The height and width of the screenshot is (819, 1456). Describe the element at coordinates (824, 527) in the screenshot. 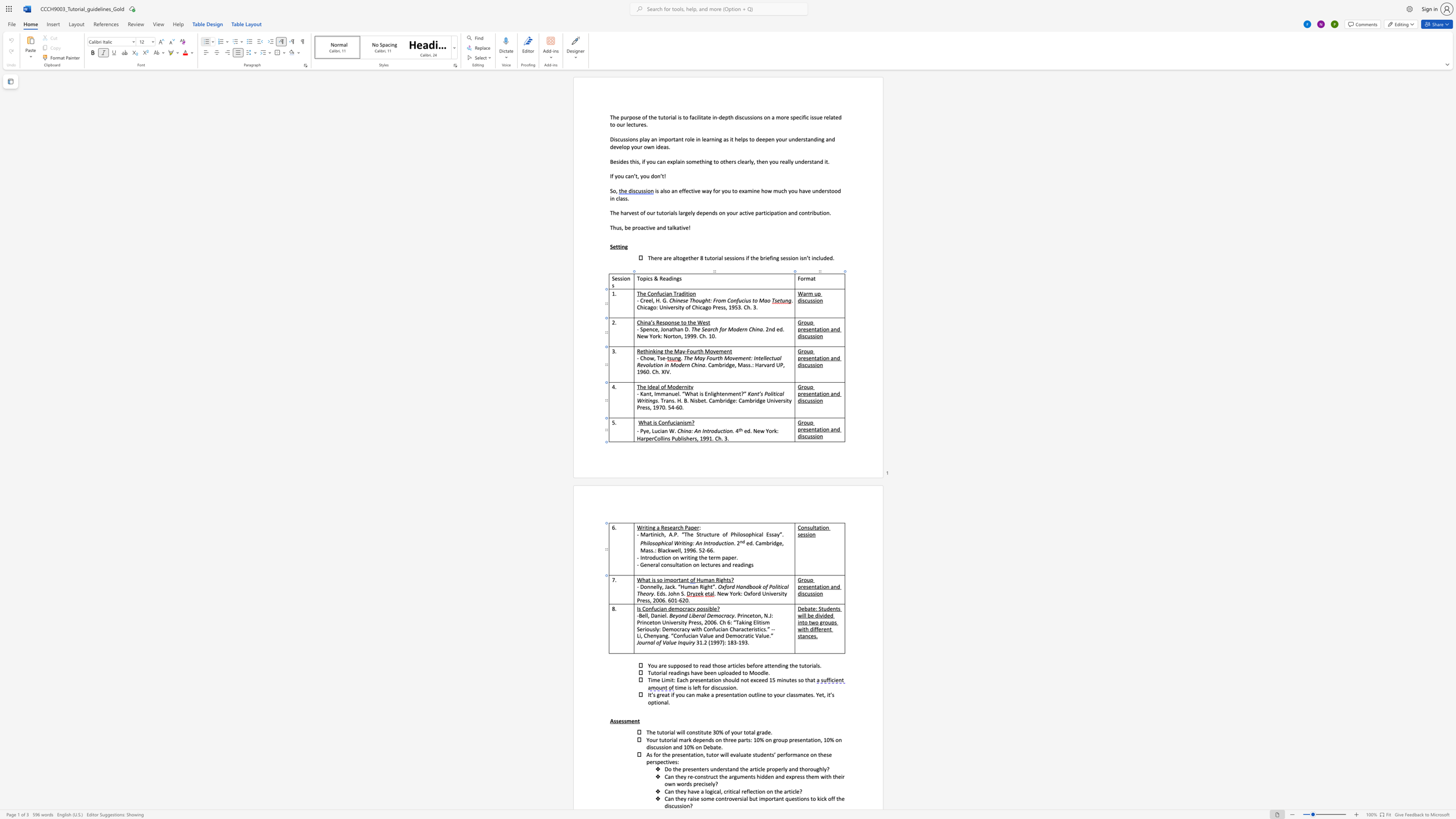

I see `the 2th character "o" in the text` at that location.